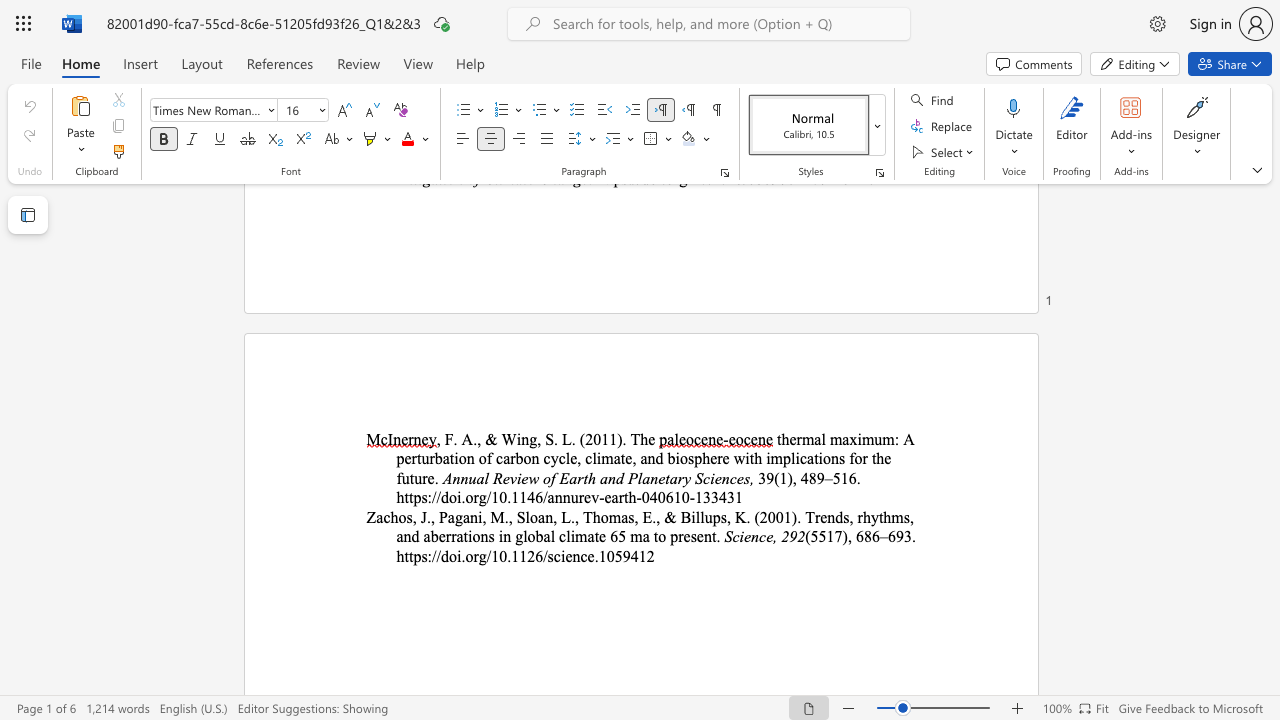 This screenshot has width=1280, height=720. I want to click on the subset text ". Trends," within the text "Zachos, J., Pagani, M., Sloan, L., Thomas, E., & Billups, K. (2001). Trends, rhythms,", so click(796, 516).